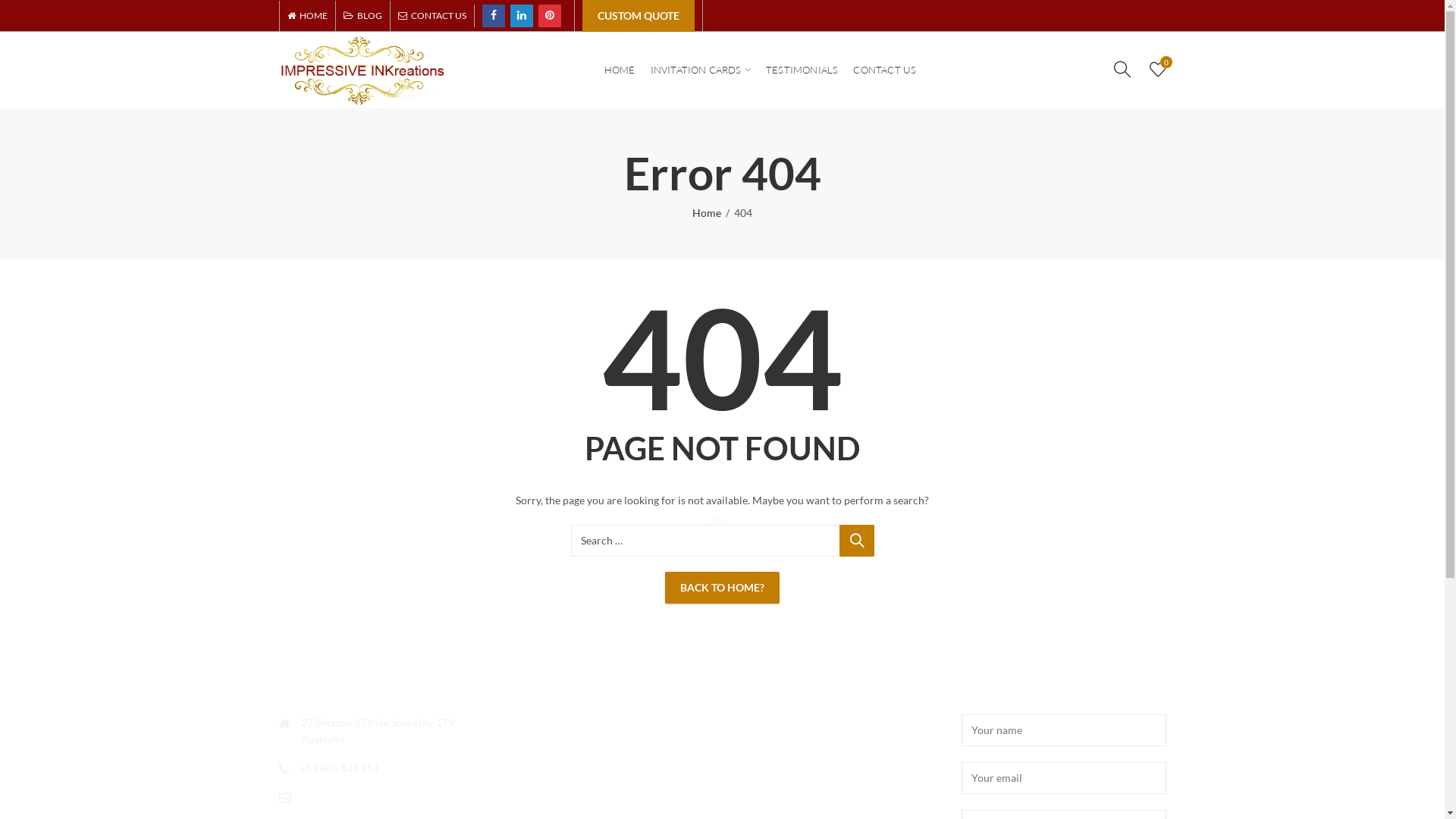  I want to click on 'TESTIMONIALS', so click(801, 70).